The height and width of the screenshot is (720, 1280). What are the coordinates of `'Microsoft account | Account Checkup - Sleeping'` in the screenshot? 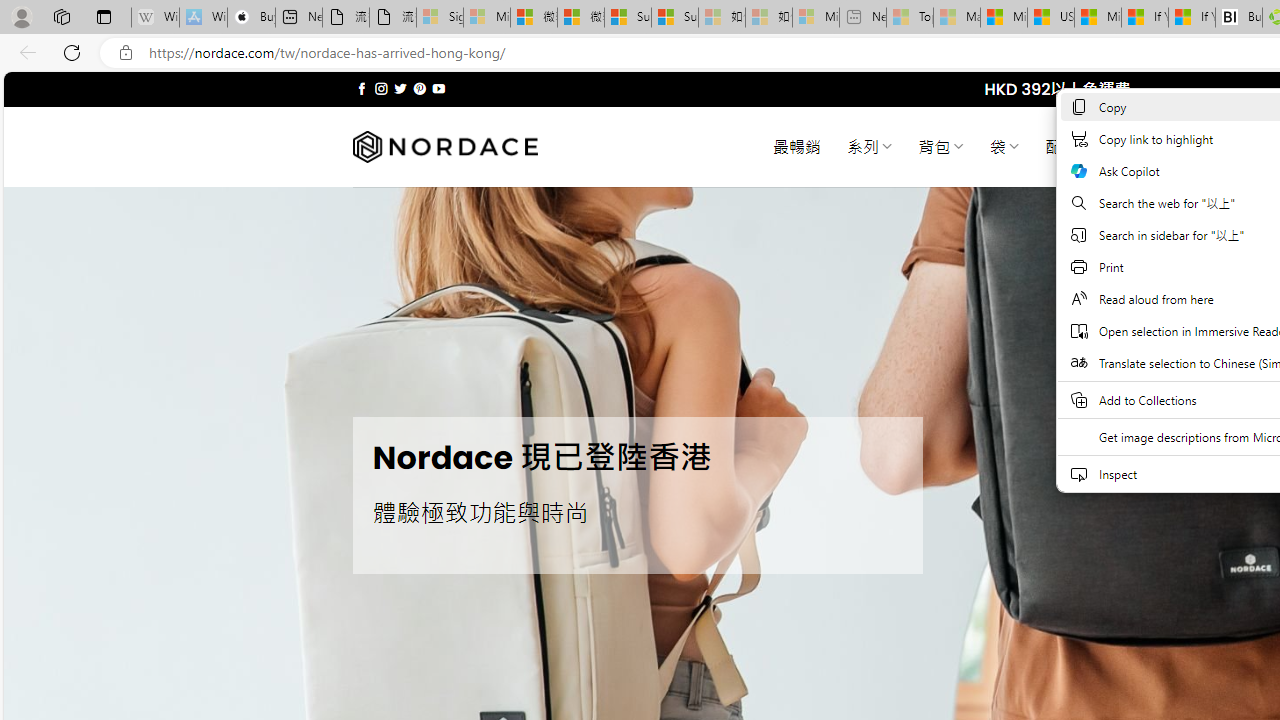 It's located at (815, 17).